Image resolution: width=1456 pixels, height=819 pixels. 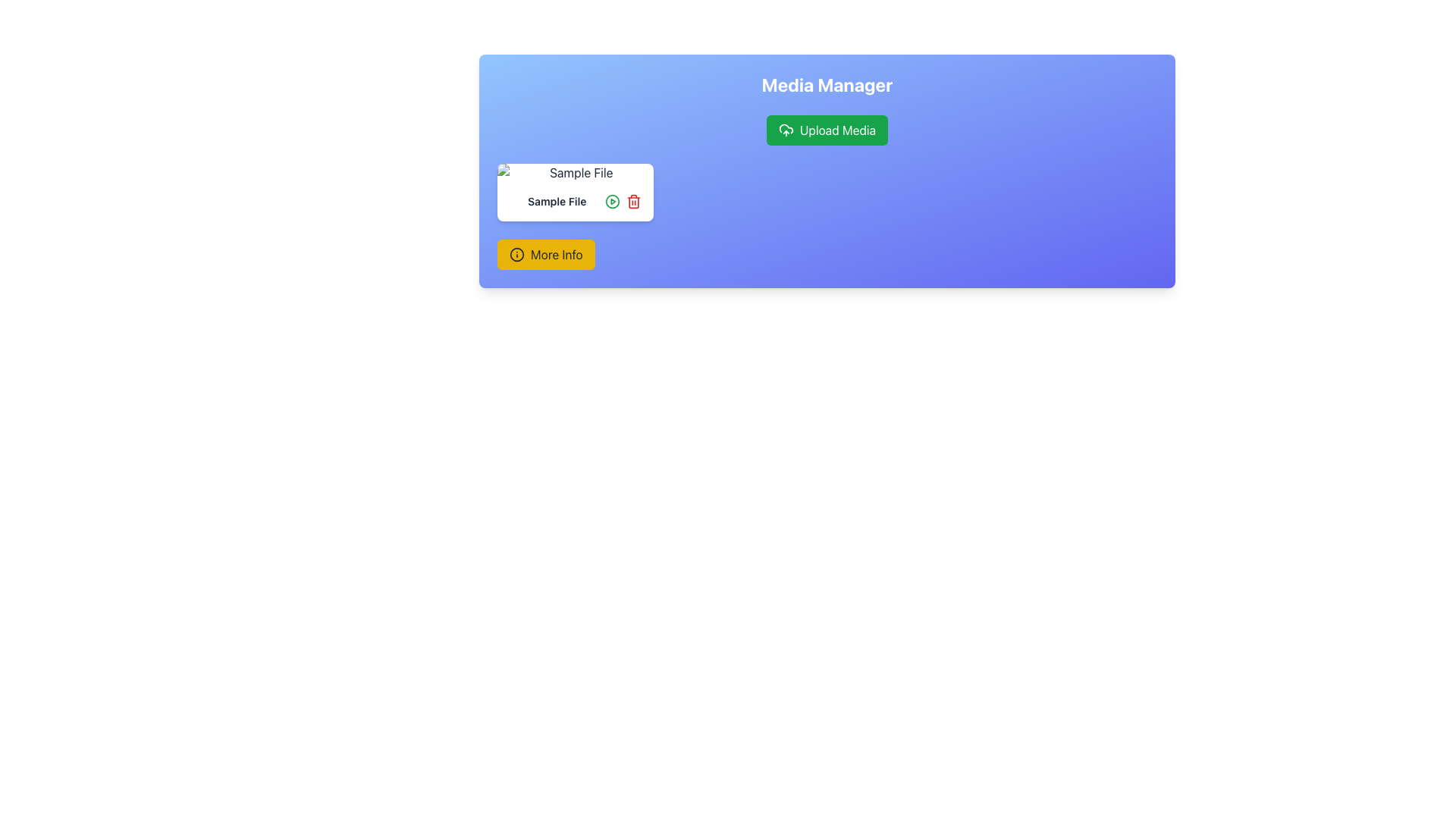 I want to click on the green 'Upload Media' button featuring a white cloud icon for accessibility interaction, so click(x=826, y=130).